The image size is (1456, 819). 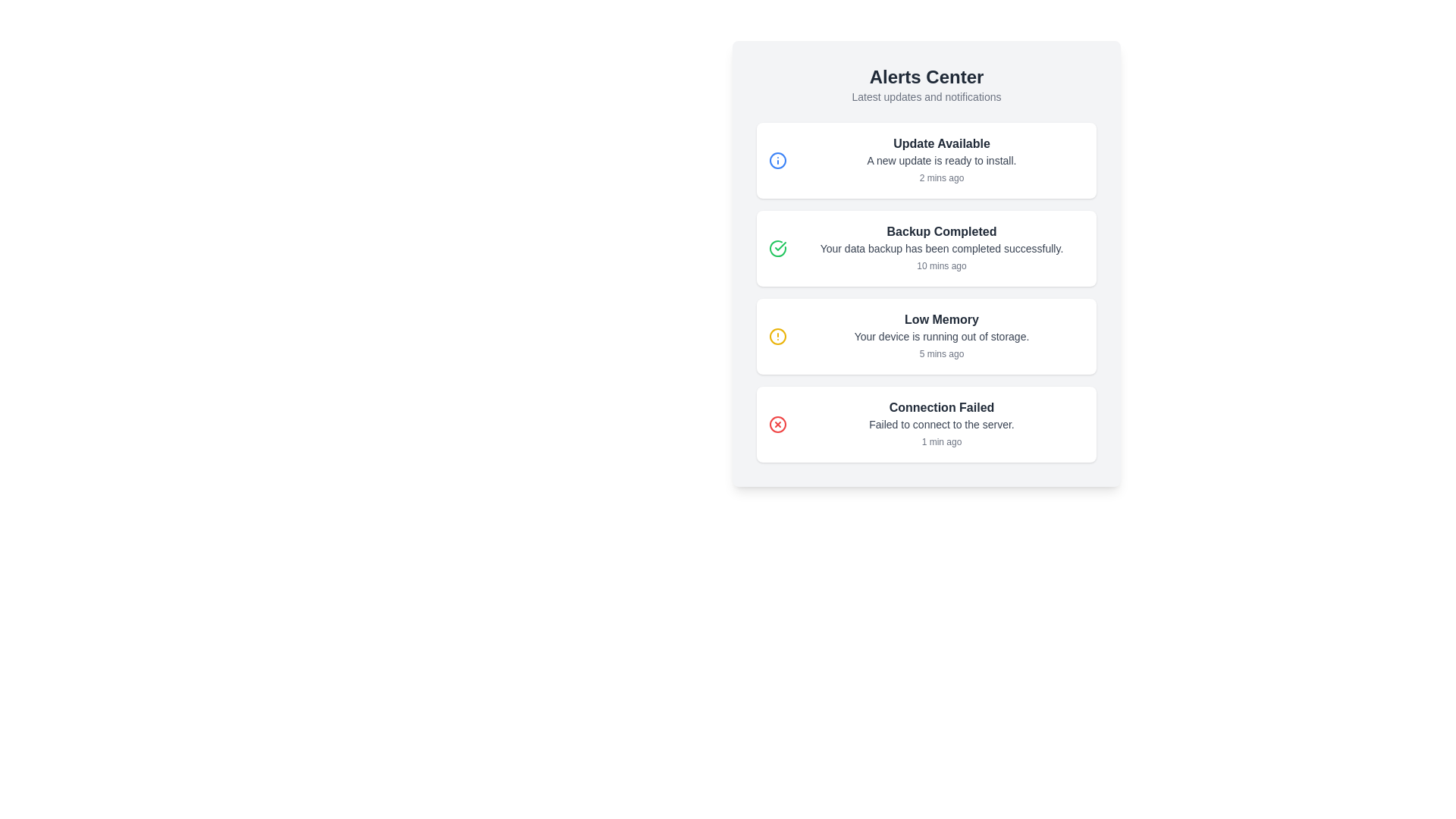 What do you see at coordinates (926, 292) in the screenshot?
I see `the notification card in the Alerts Center` at bounding box center [926, 292].